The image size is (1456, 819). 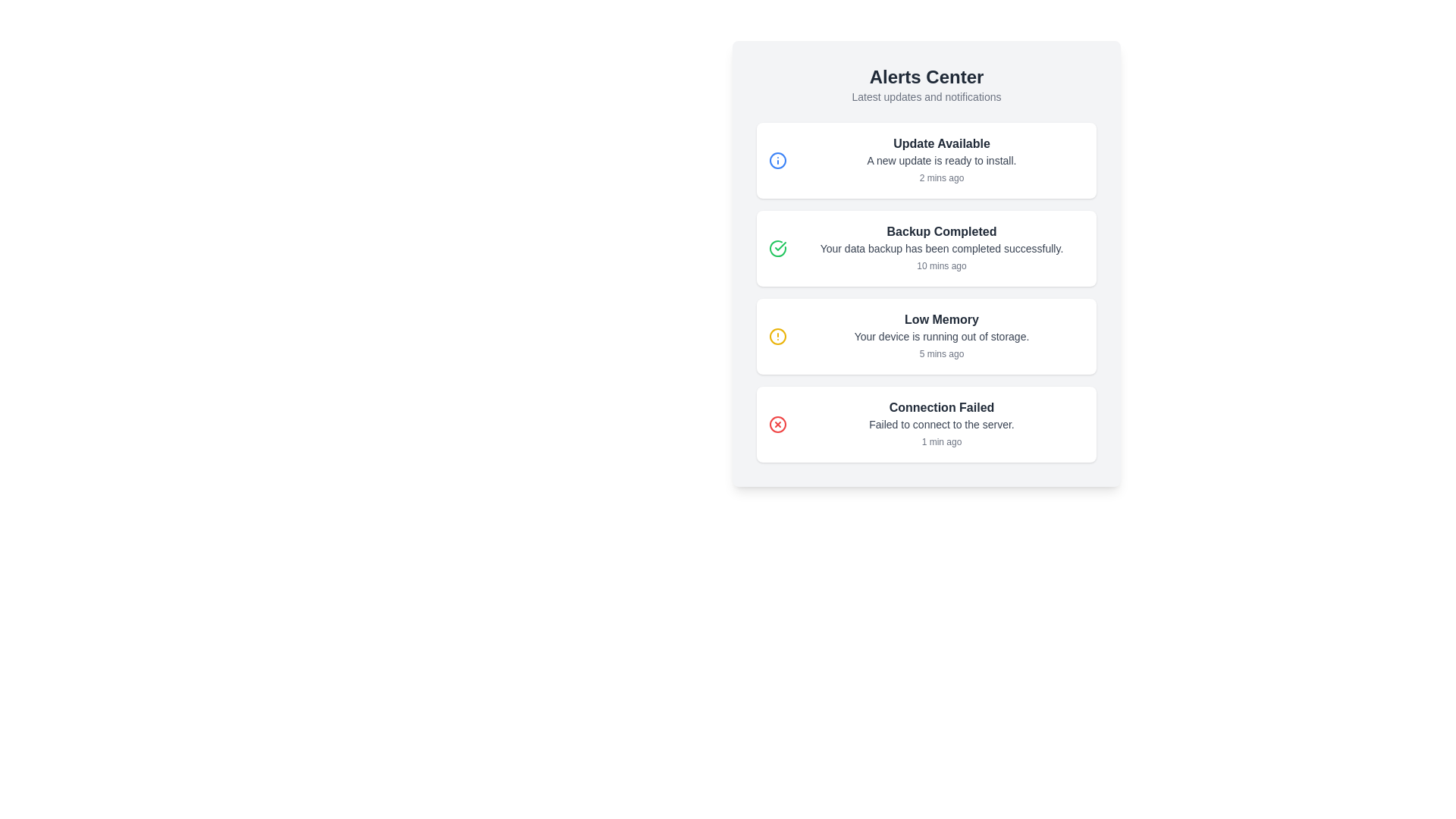 What do you see at coordinates (926, 292) in the screenshot?
I see `the notification card in the Alerts Center` at bounding box center [926, 292].